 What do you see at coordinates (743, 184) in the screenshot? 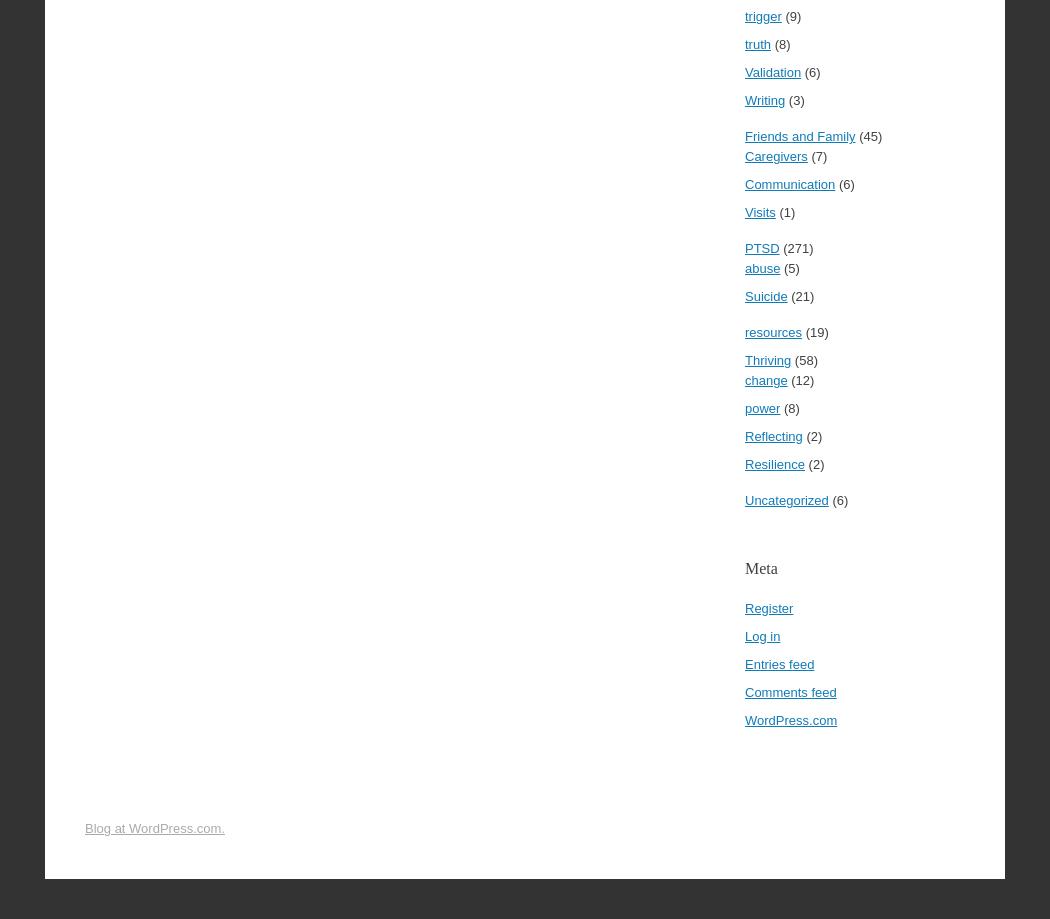
I see `'Communication'` at bounding box center [743, 184].